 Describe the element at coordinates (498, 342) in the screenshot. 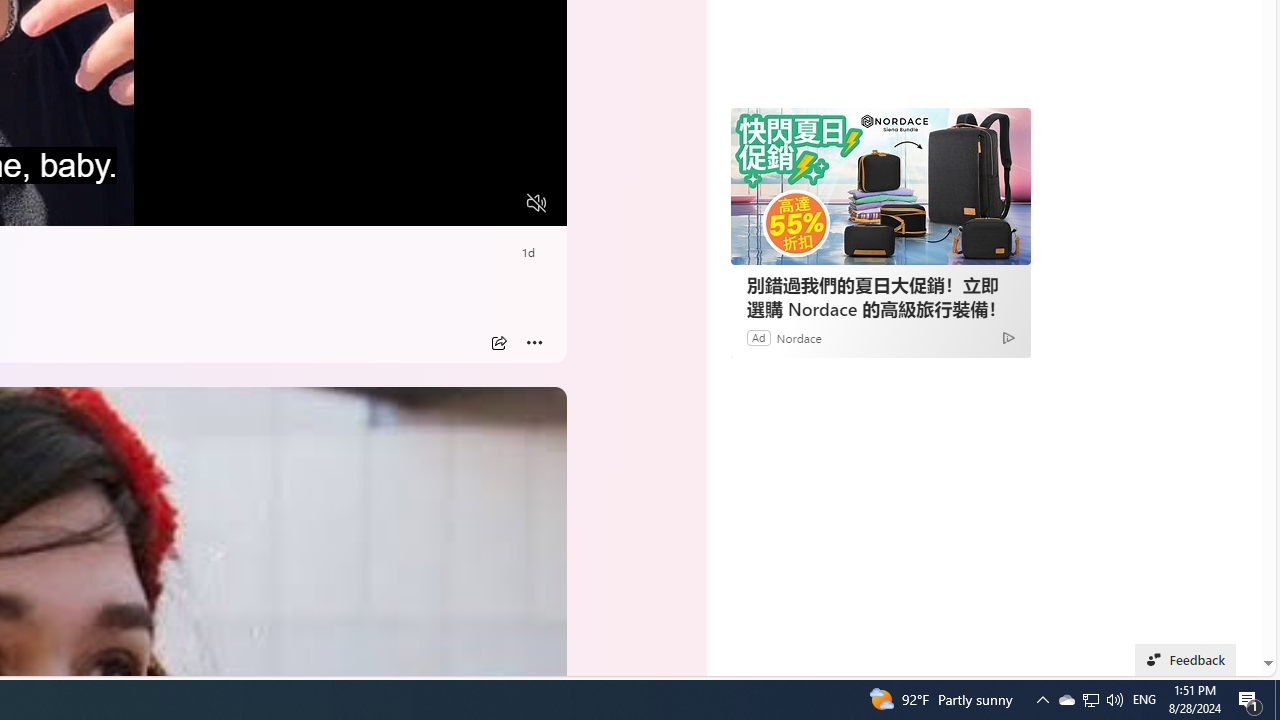

I see `'Share'` at that location.